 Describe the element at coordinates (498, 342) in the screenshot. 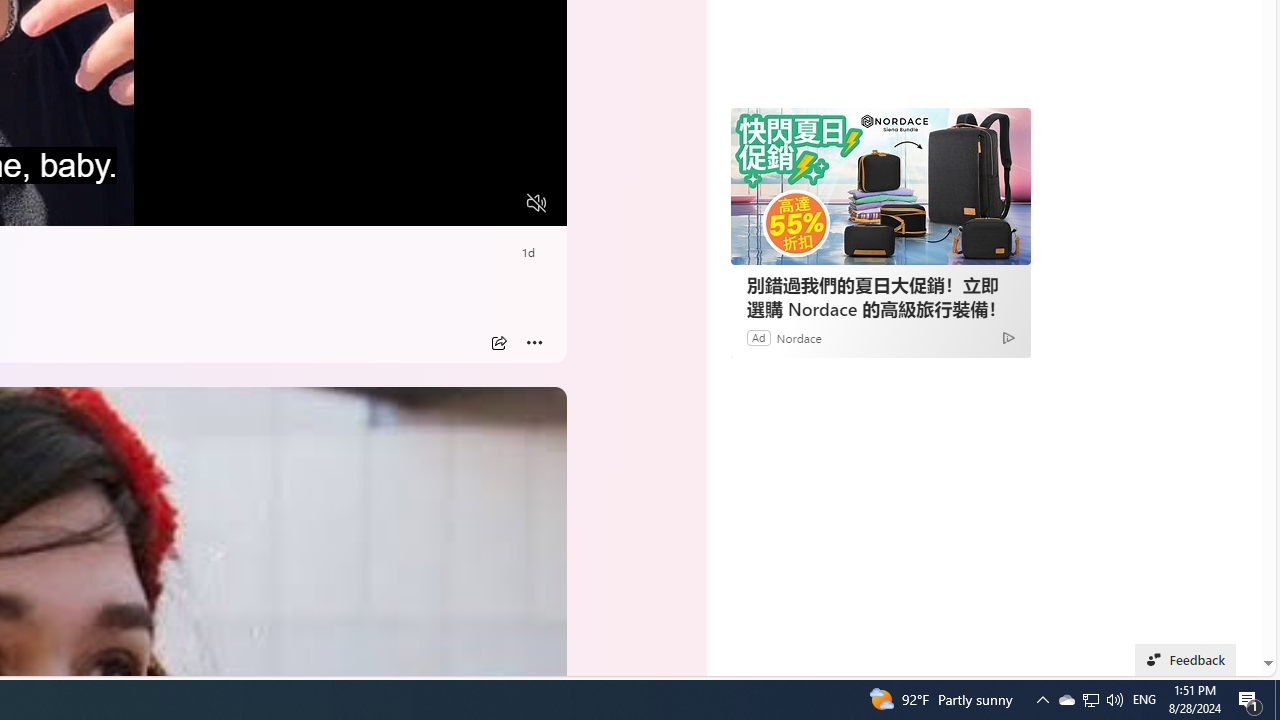

I see `'Share'` at that location.